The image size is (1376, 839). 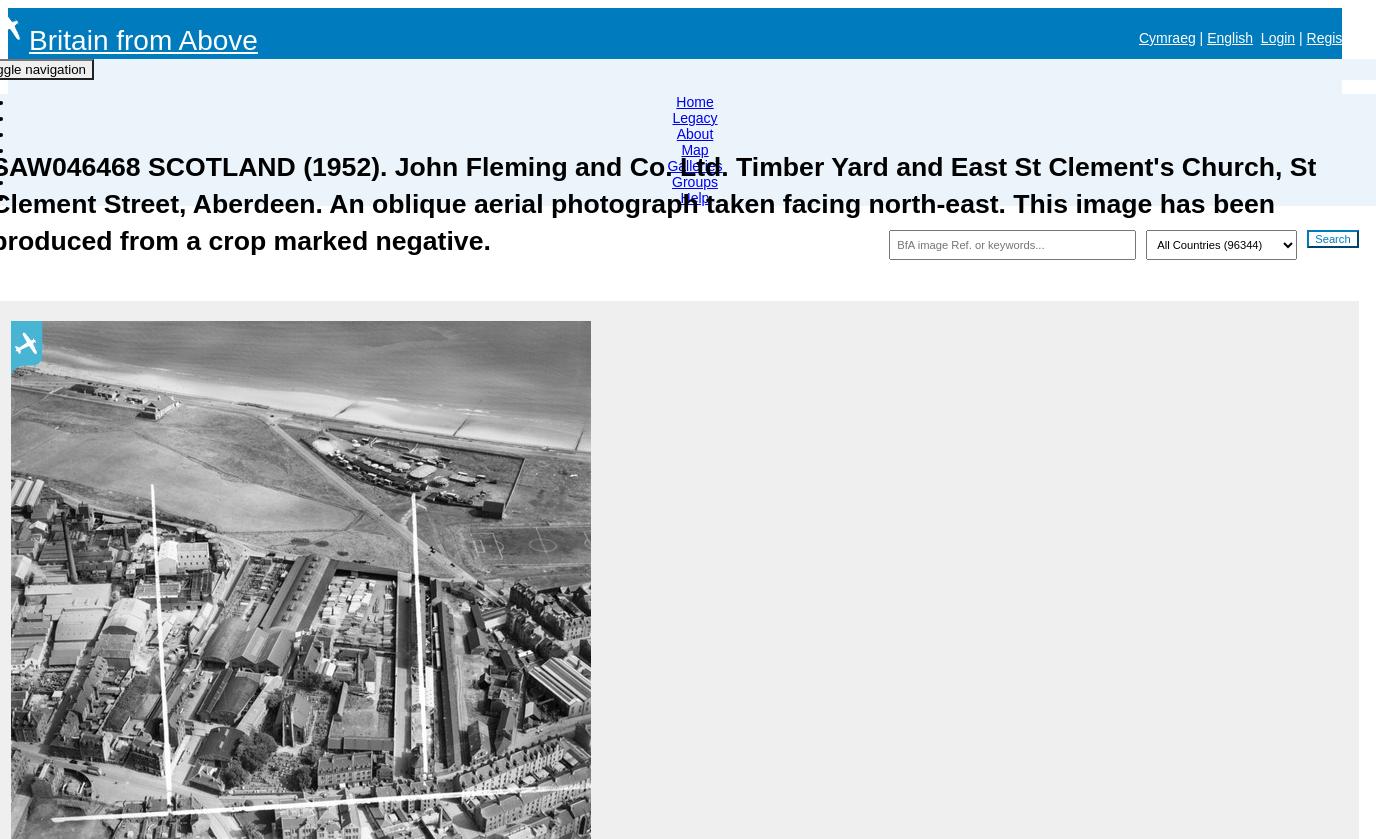 I want to click on 'Britain from Above', so click(x=141, y=40).